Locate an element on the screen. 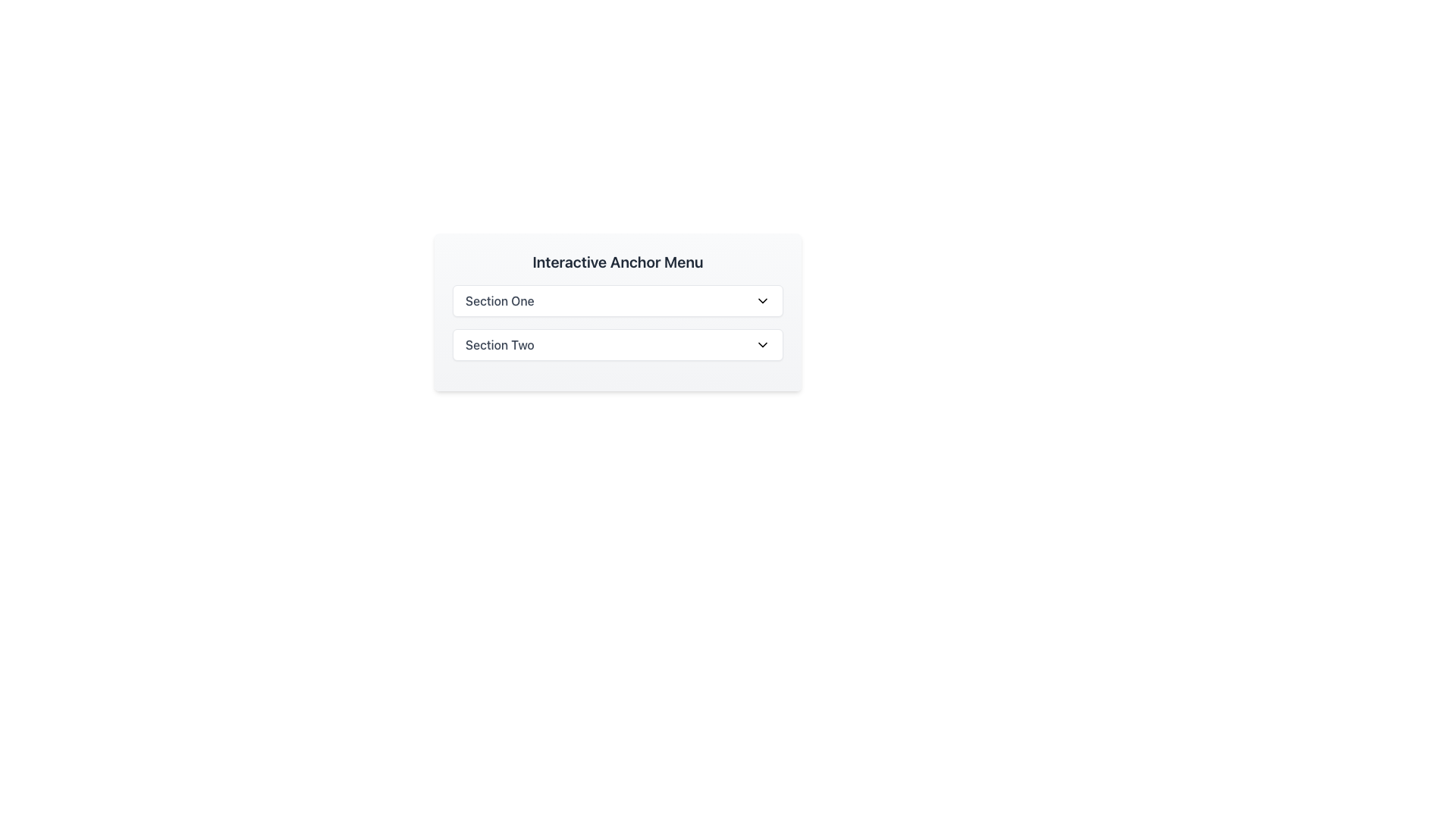 The image size is (1456, 819). the Dropdown button related to 'Section Two' for keyboard navigation is located at coordinates (618, 345).